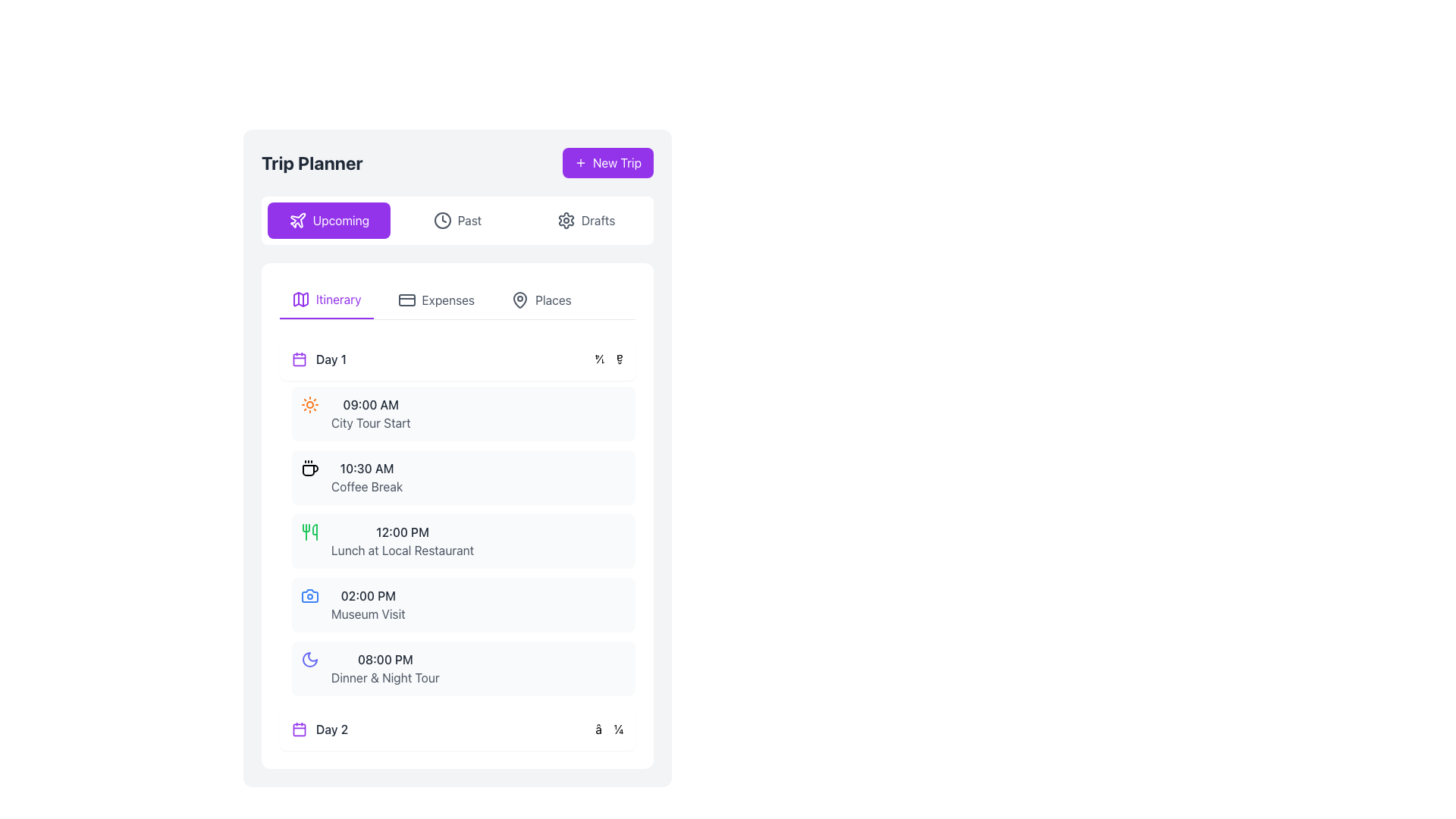 The height and width of the screenshot is (819, 1456). What do you see at coordinates (457, 516) in the screenshot?
I see `the 'Day 1' itinerary list item, which includes the detailed schedule of activities such as 'City Tour Start', 'Coffee Break', and 'Lunch at Local Restaurant'` at bounding box center [457, 516].